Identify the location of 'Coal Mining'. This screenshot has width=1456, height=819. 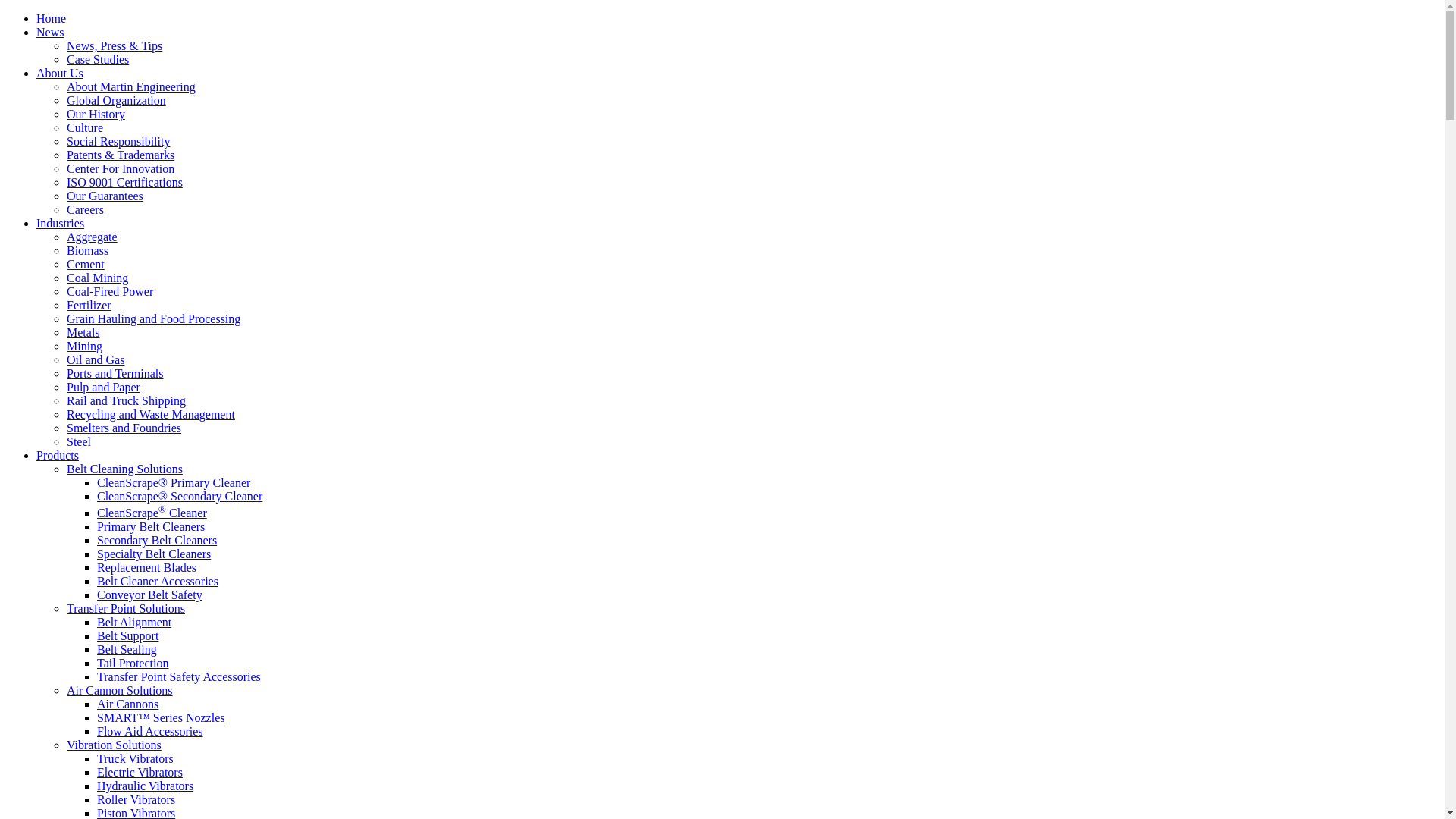
(96, 278).